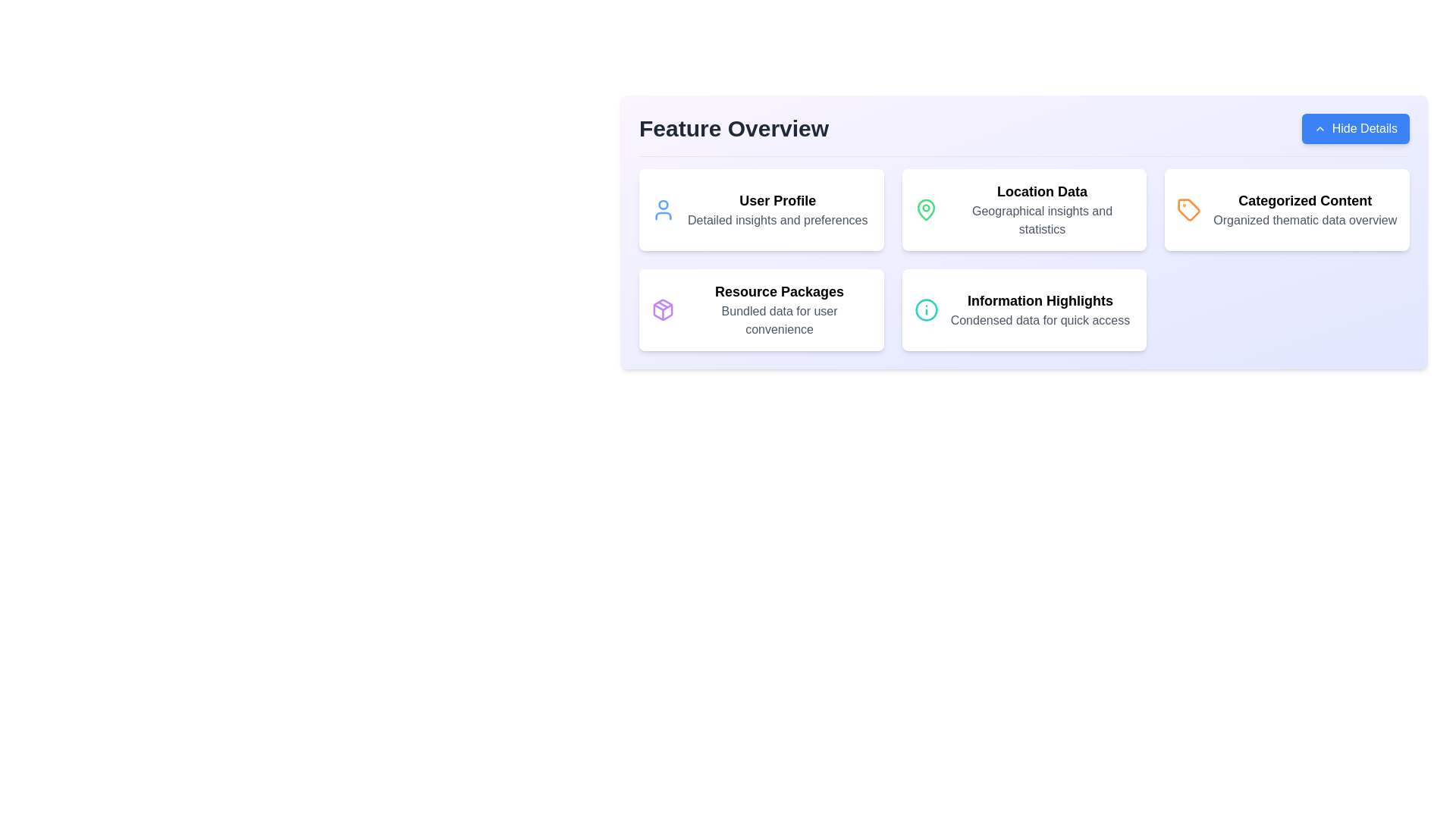 The height and width of the screenshot is (819, 1456). What do you see at coordinates (1024, 210) in the screenshot?
I see `the middle card in the top row of the grid layout under the 'Feature Overview' section, located between 'User Profile' and 'Categorized Content'` at bounding box center [1024, 210].